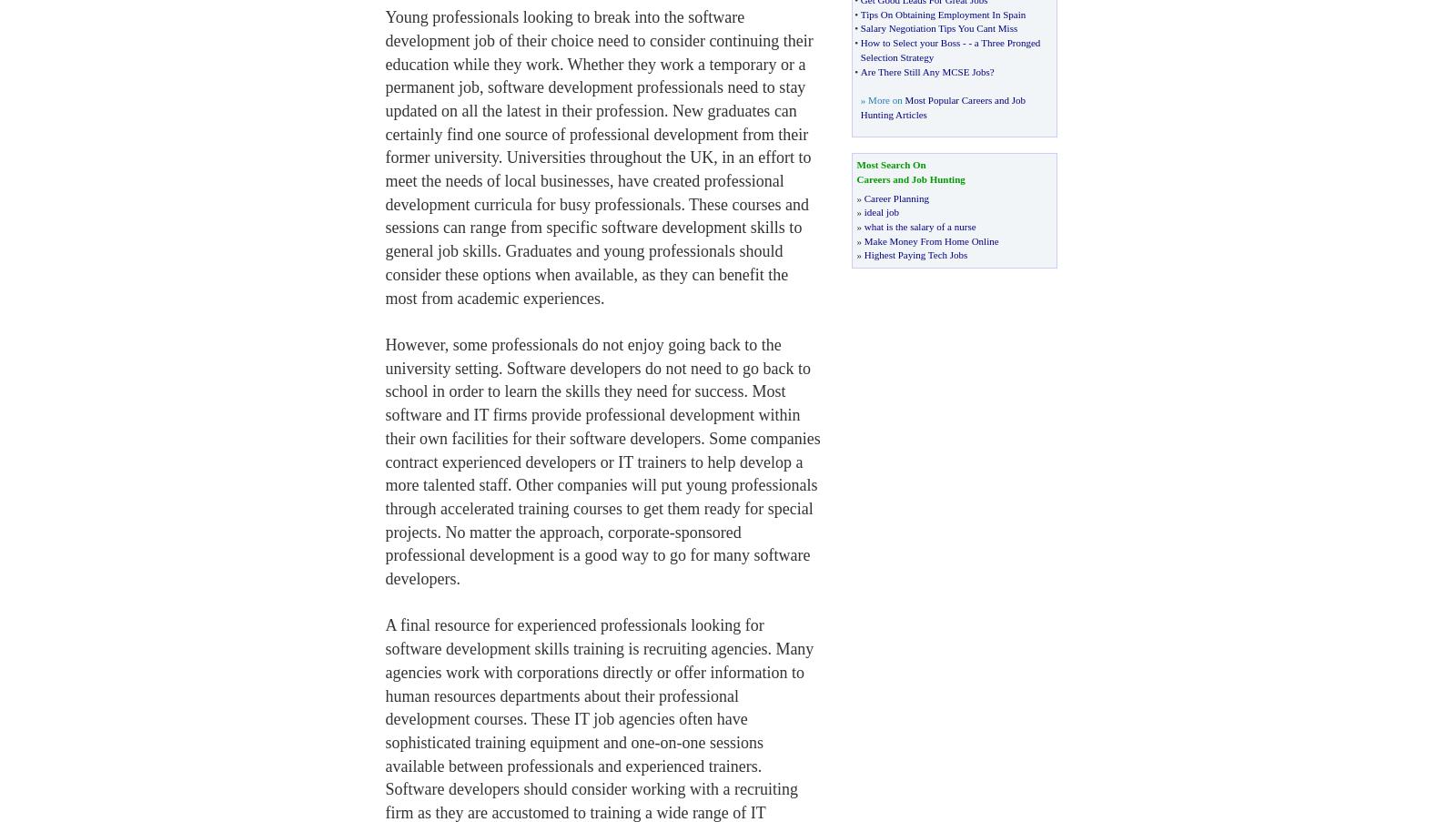 The height and width of the screenshot is (822, 1456). Describe the element at coordinates (943, 107) in the screenshot. I see `'Most Popular Careers and Job Hunting Articles'` at that location.